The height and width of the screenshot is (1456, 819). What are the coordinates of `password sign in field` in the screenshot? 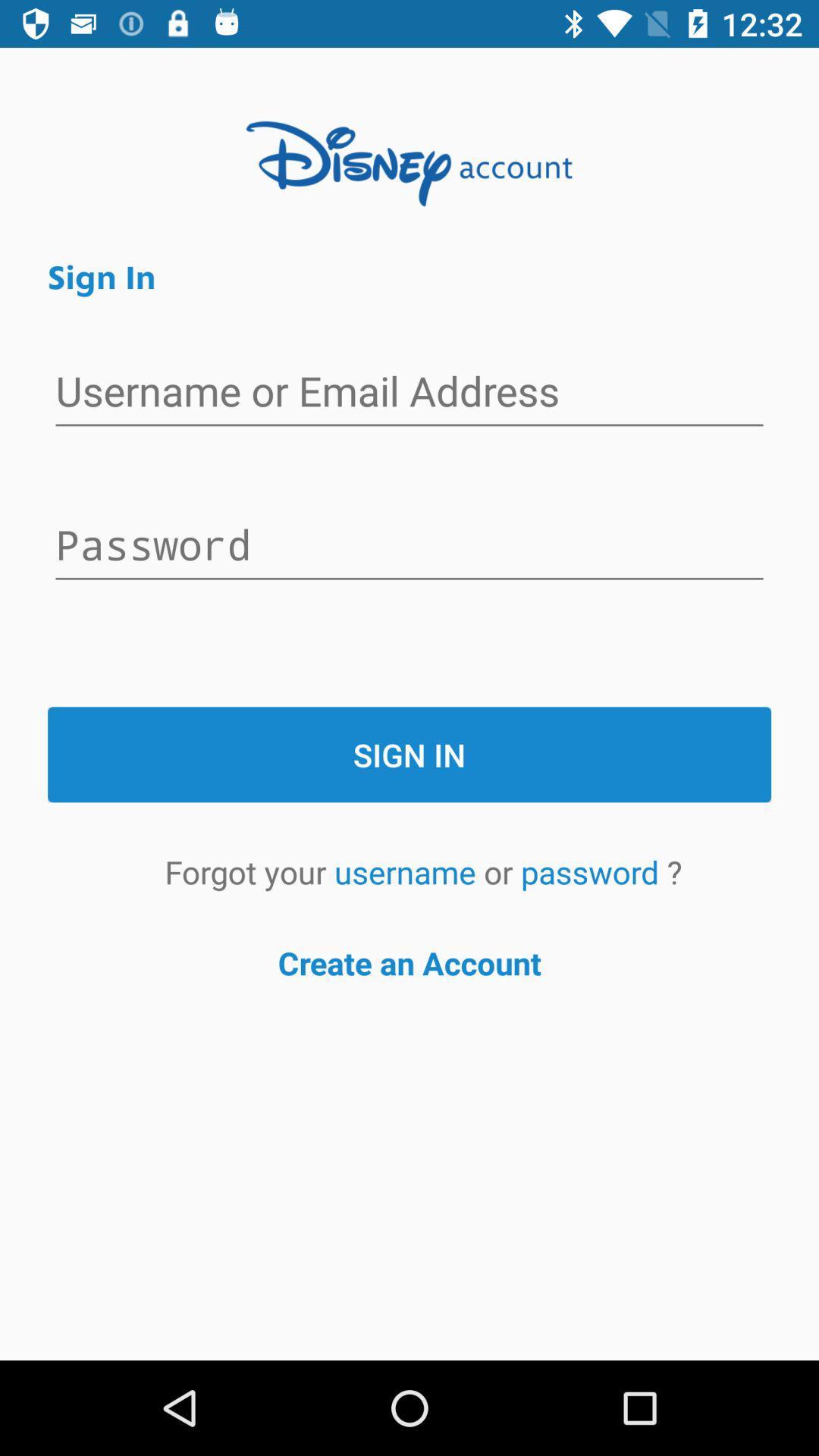 It's located at (409, 546).